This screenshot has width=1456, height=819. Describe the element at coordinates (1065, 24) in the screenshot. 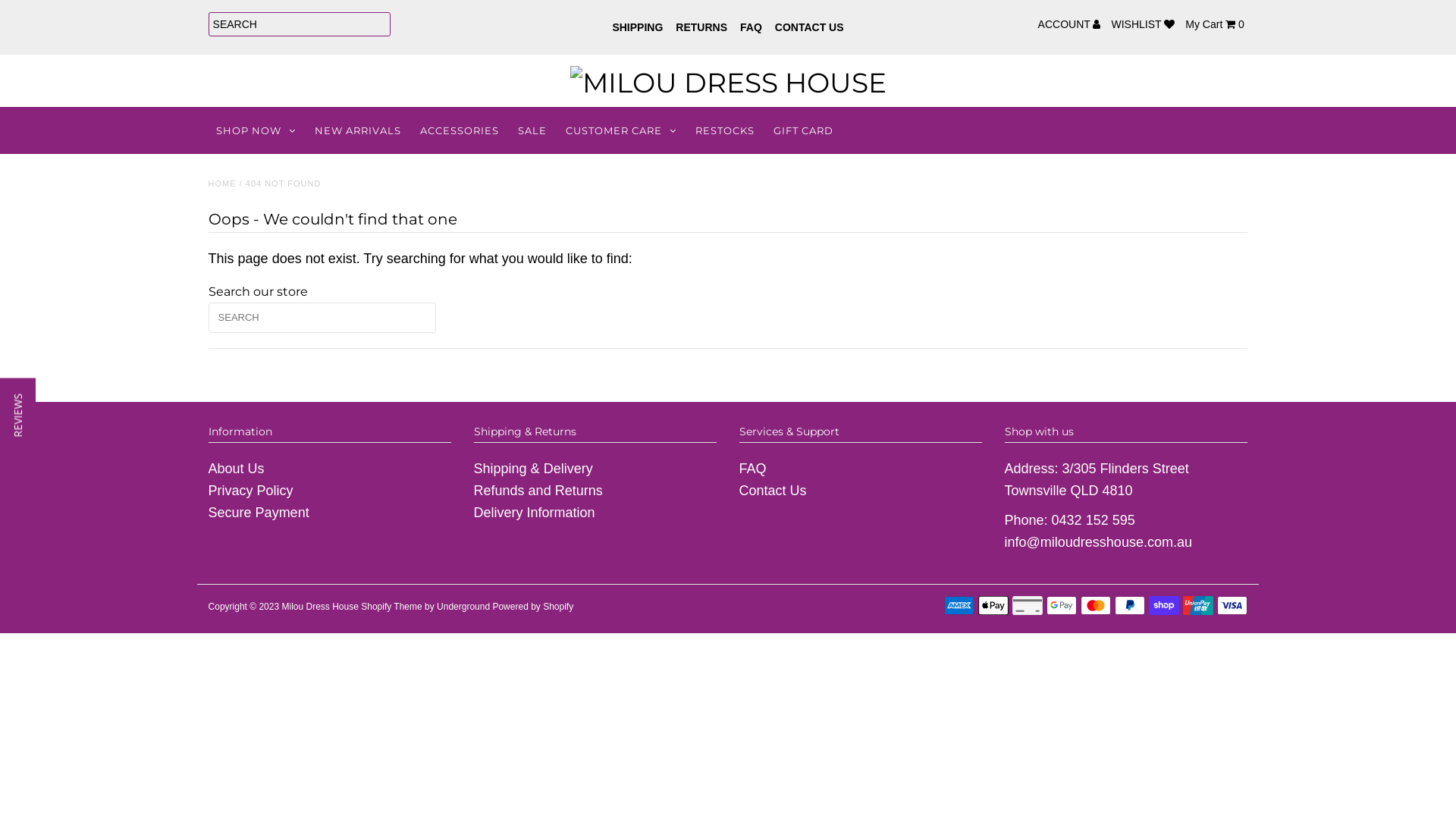

I see `'ACCOUNT'` at that location.